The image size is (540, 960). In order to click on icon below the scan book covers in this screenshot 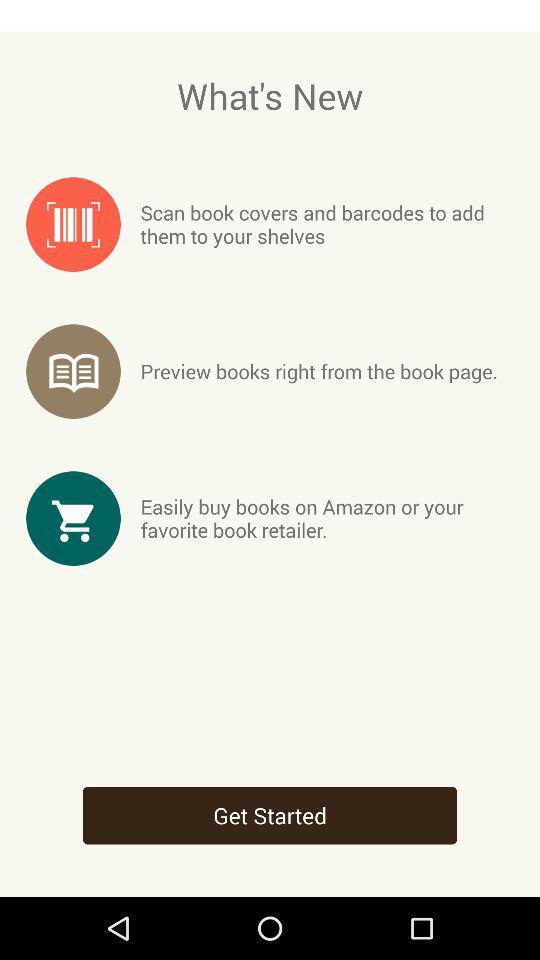, I will do `click(319, 370)`.